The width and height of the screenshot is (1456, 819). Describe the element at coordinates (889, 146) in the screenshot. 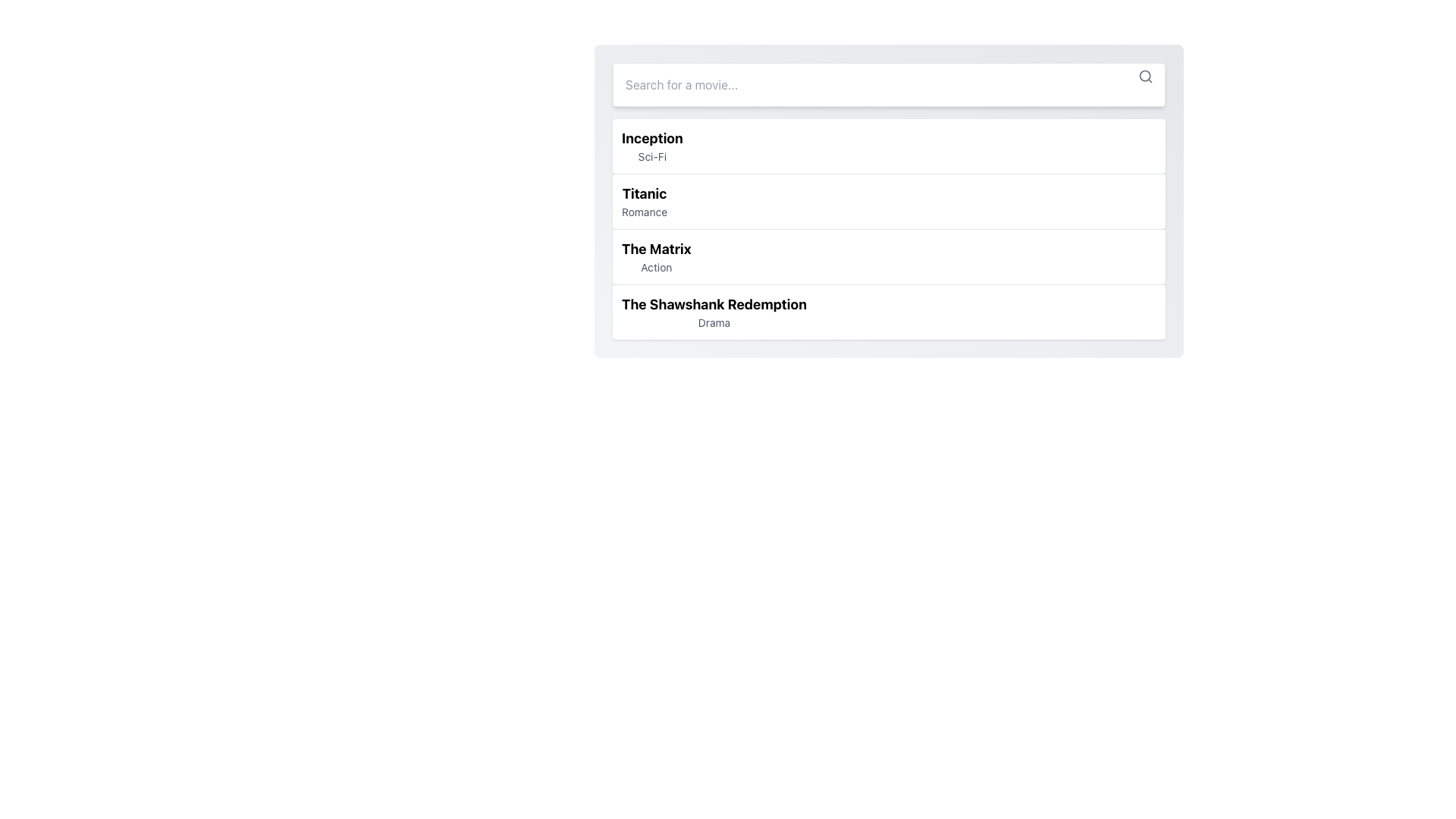

I see `the first list item titled 'Inception'` at that location.